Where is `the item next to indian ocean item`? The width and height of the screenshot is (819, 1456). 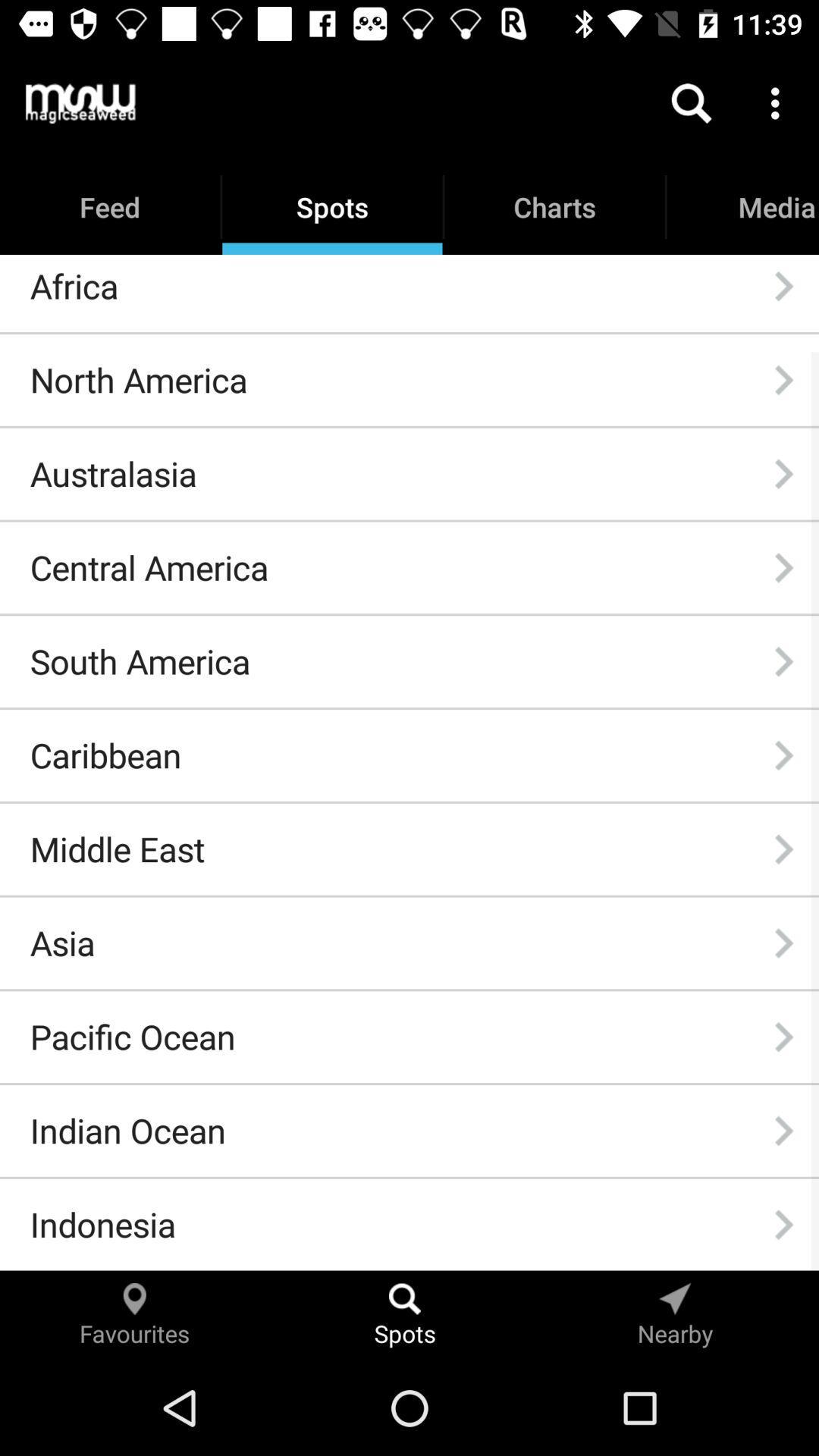 the item next to indian ocean item is located at coordinates (783, 1131).